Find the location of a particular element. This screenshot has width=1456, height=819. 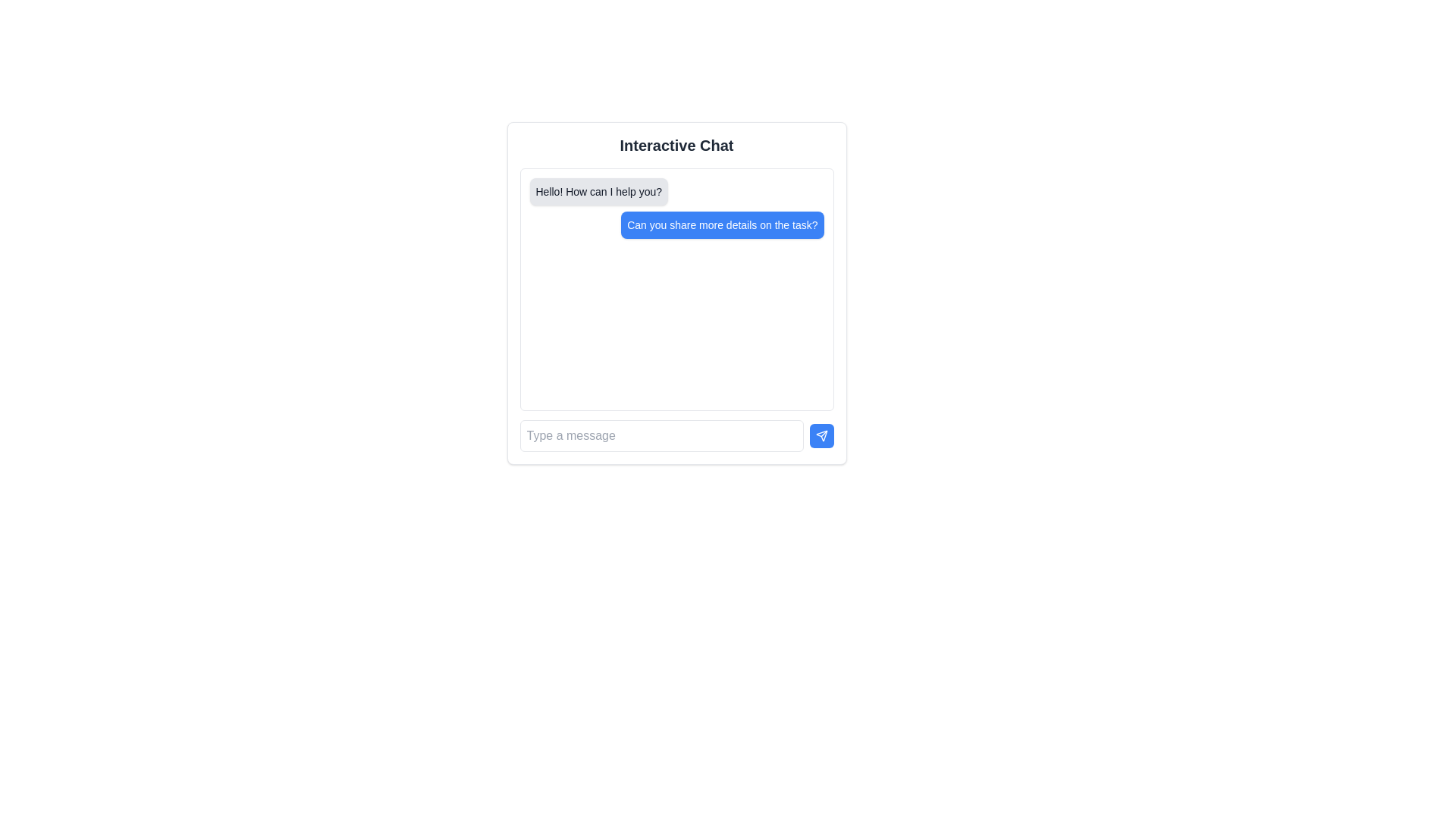

the first message bubble in the chat interface that displays a system-generated response is located at coordinates (598, 191).